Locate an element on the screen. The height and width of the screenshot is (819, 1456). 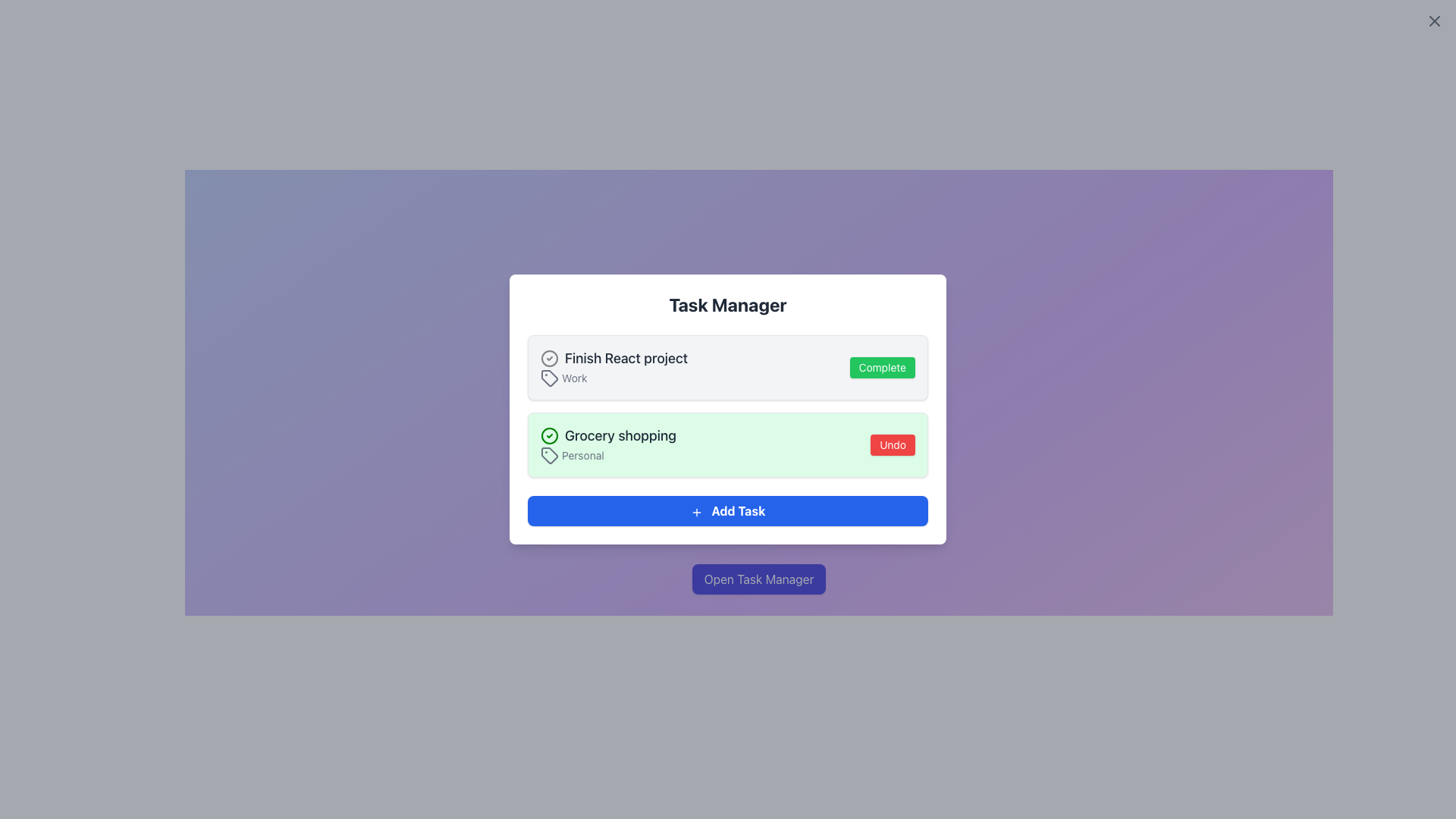
the plus sign icon located within the blue 'Add Task' button, which is positioned near the center-bottom of the interface is located at coordinates (695, 512).